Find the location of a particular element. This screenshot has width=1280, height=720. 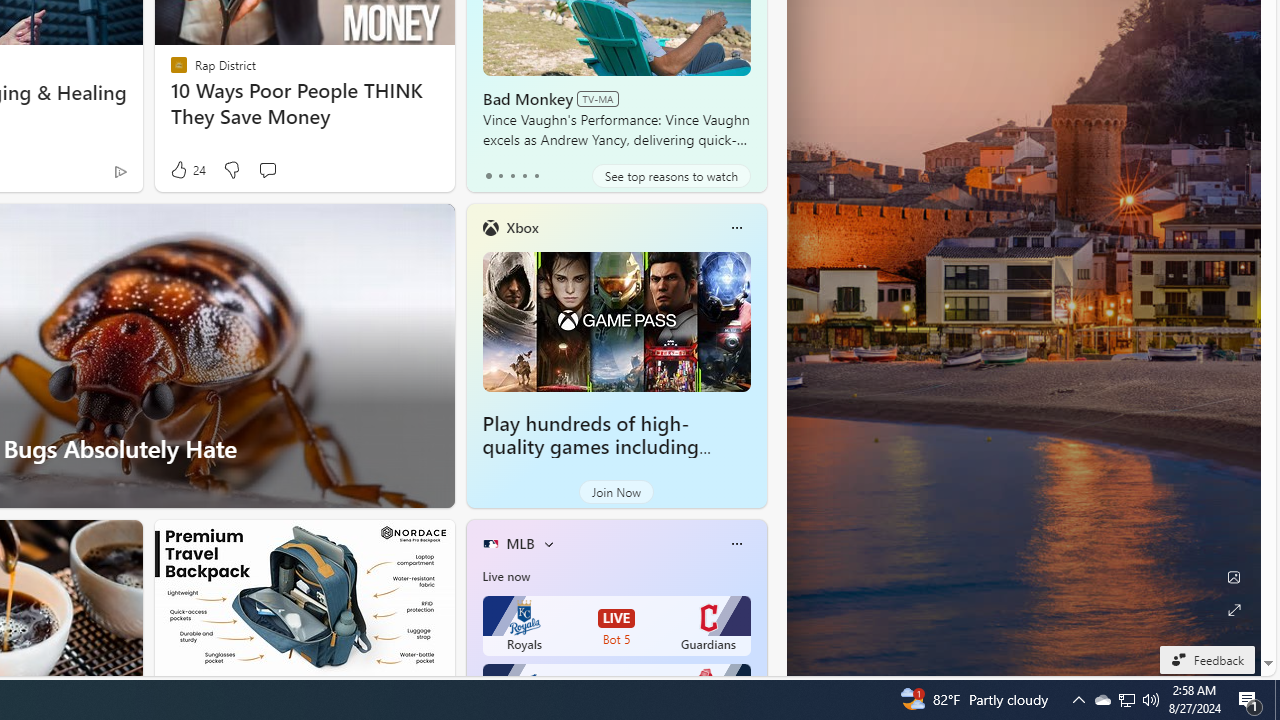

'Royals LIVE Bot 5 Guardians' is located at coordinates (615, 625).